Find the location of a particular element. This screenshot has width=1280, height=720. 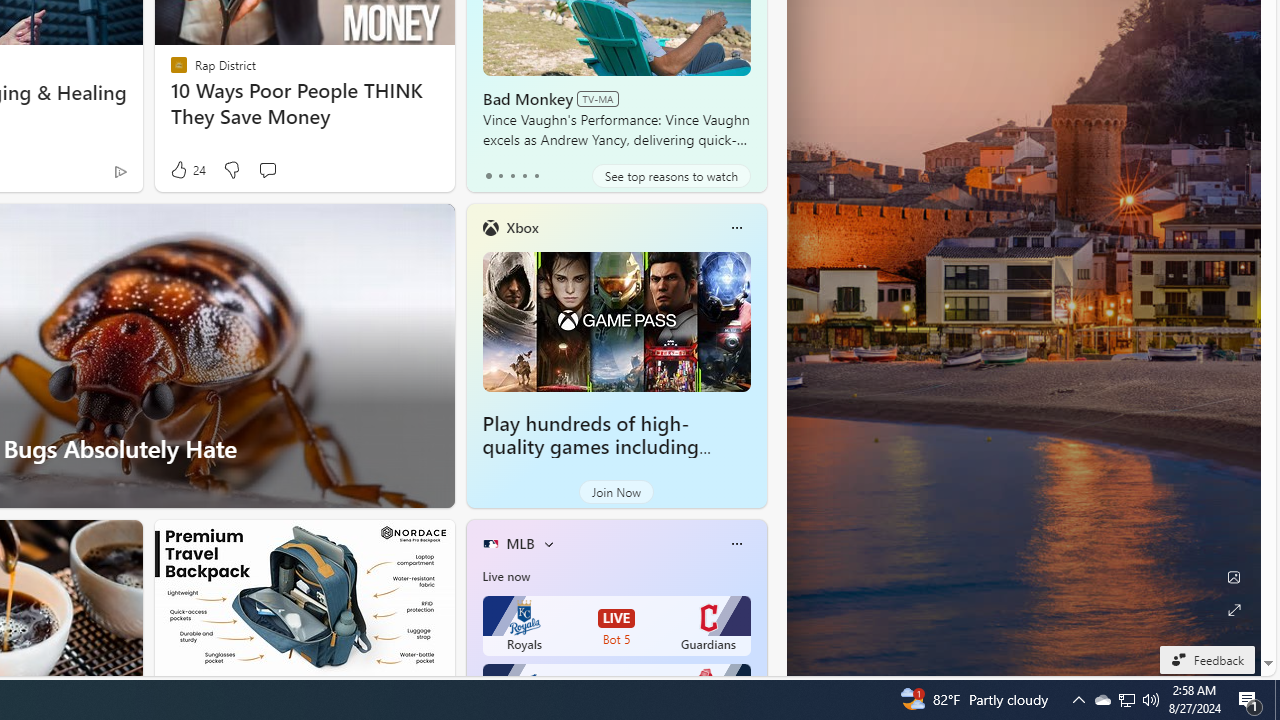

'Royals LIVE Bot 5 Guardians' is located at coordinates (615, 625).